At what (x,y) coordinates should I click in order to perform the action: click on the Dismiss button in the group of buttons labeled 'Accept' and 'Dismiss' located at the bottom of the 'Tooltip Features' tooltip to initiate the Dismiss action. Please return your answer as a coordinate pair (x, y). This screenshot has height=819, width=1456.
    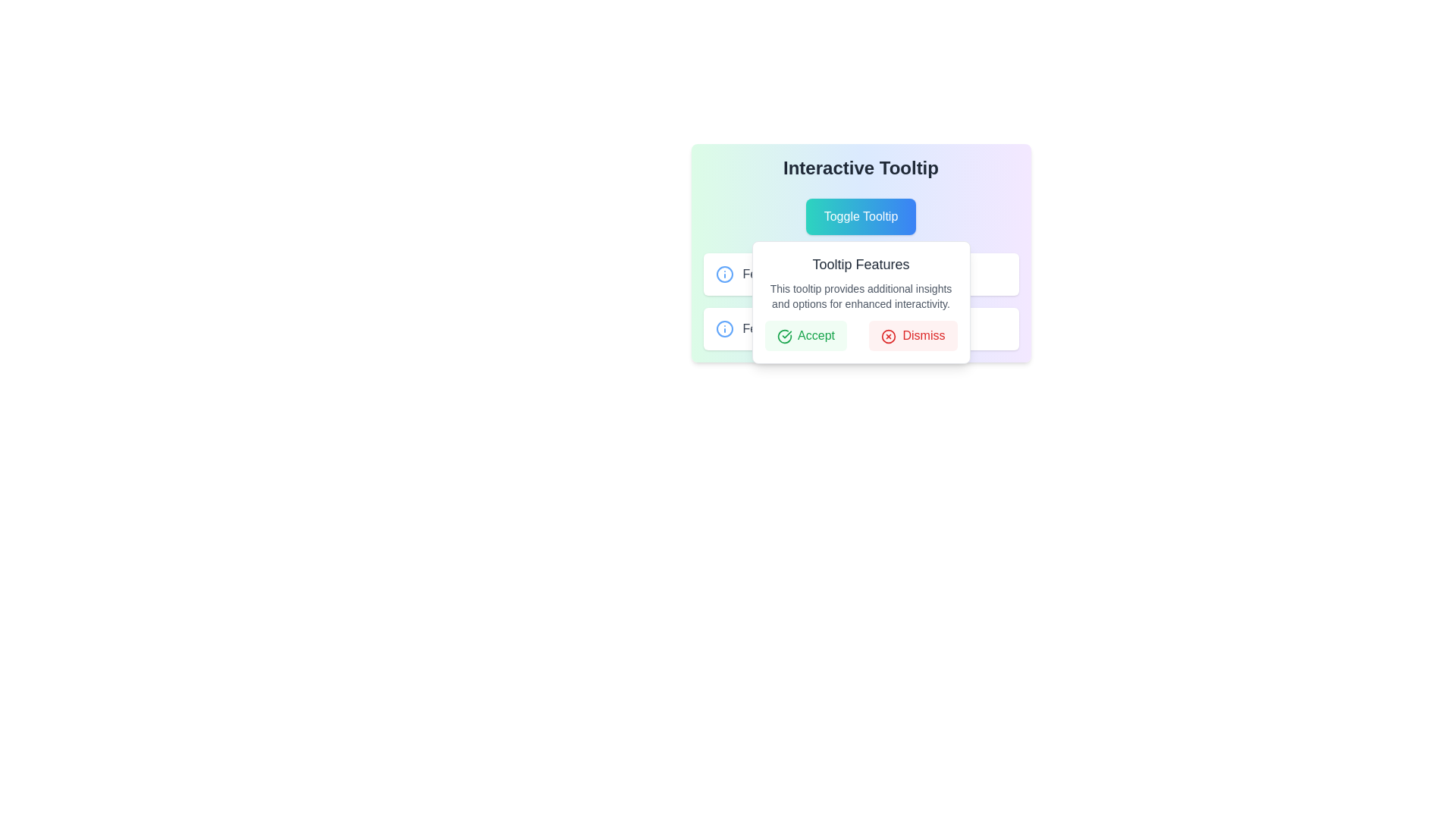
    Looking at the image, I should click on (861, 335).